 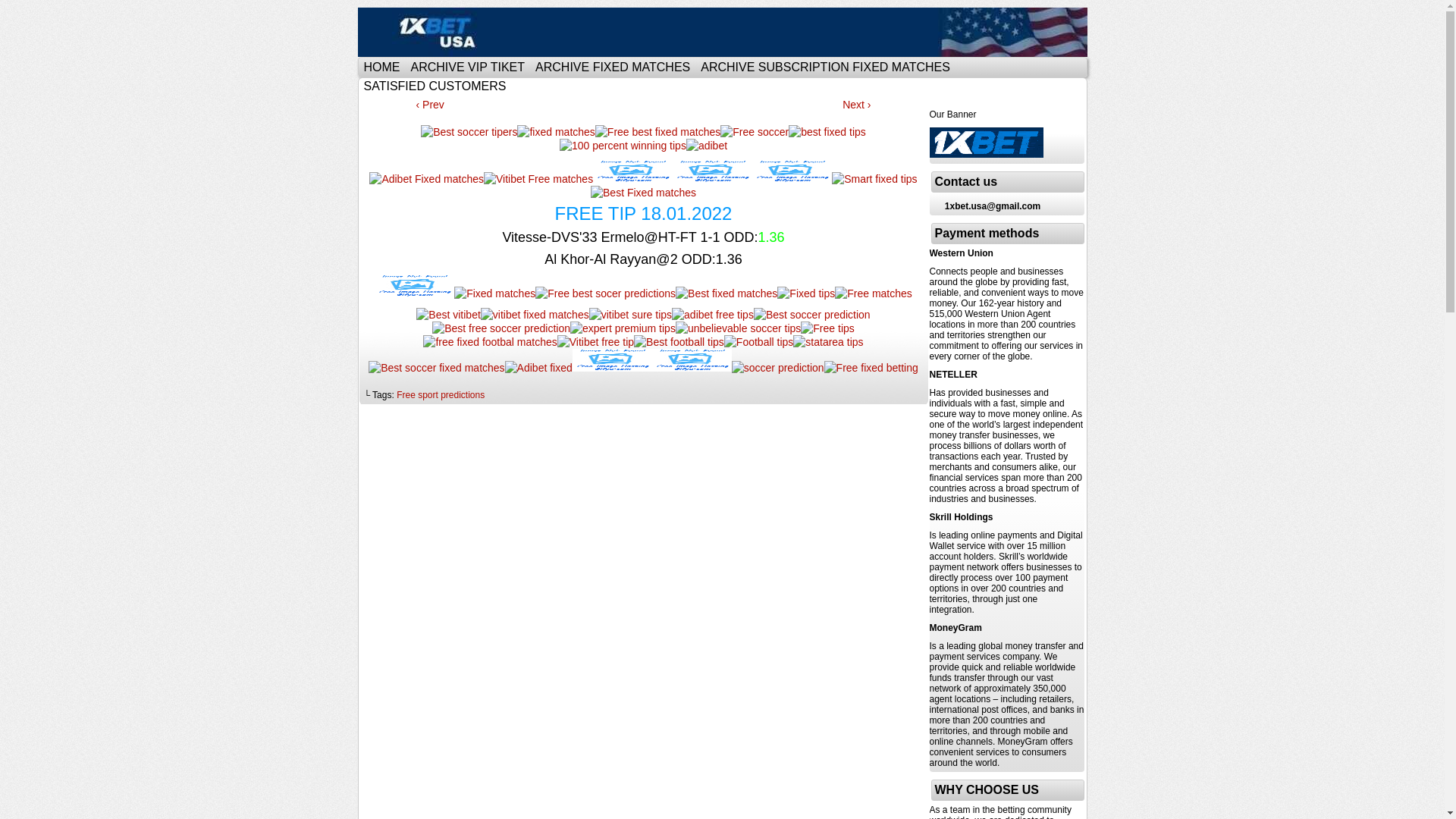 What do you see at coordinates (604, 293) in the screenshot?
I see `'Free best socer predictions'` at bounding box center [604, 293].